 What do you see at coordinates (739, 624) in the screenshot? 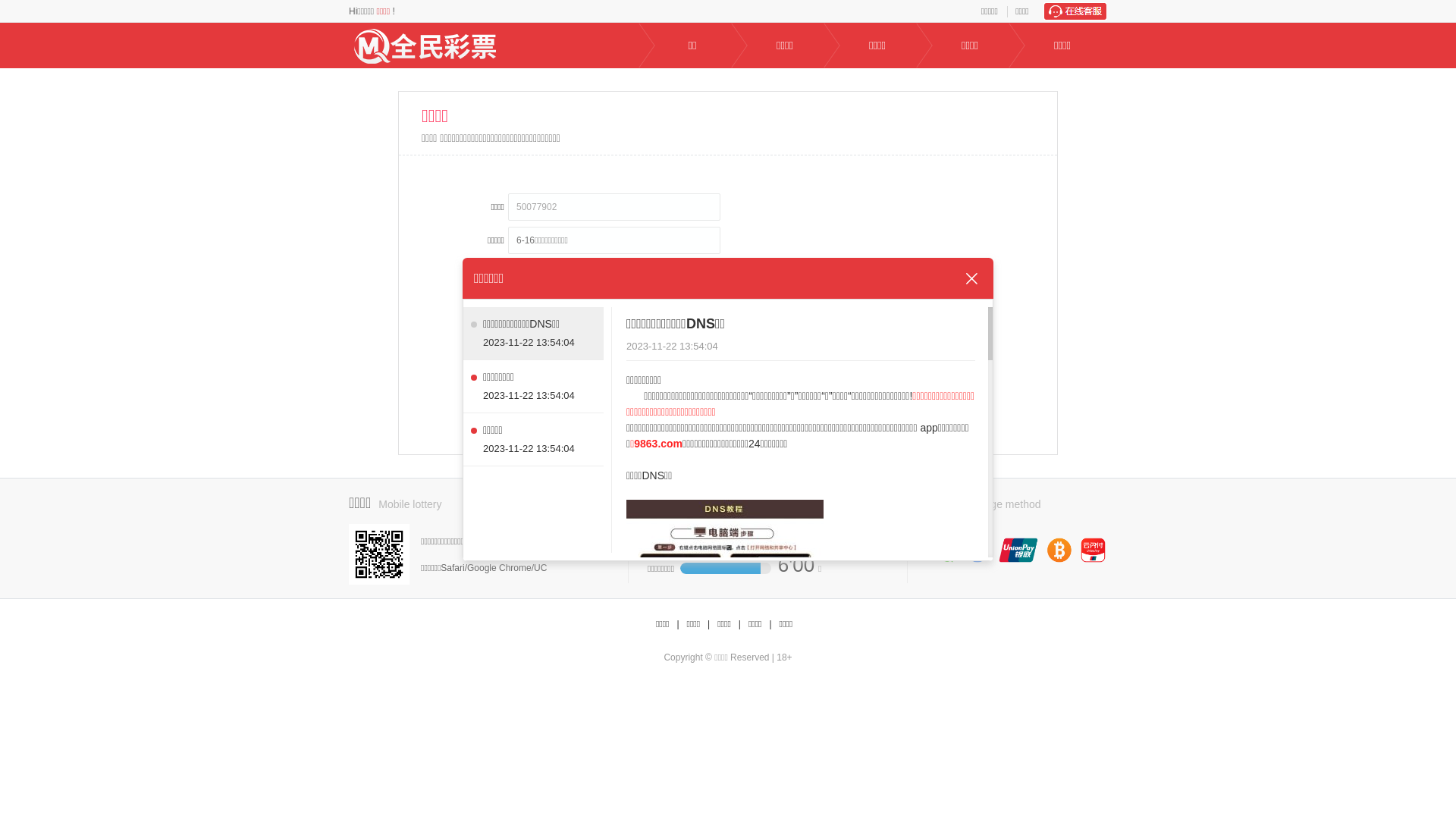
I see `'|'` at bounding box center [739, 624].